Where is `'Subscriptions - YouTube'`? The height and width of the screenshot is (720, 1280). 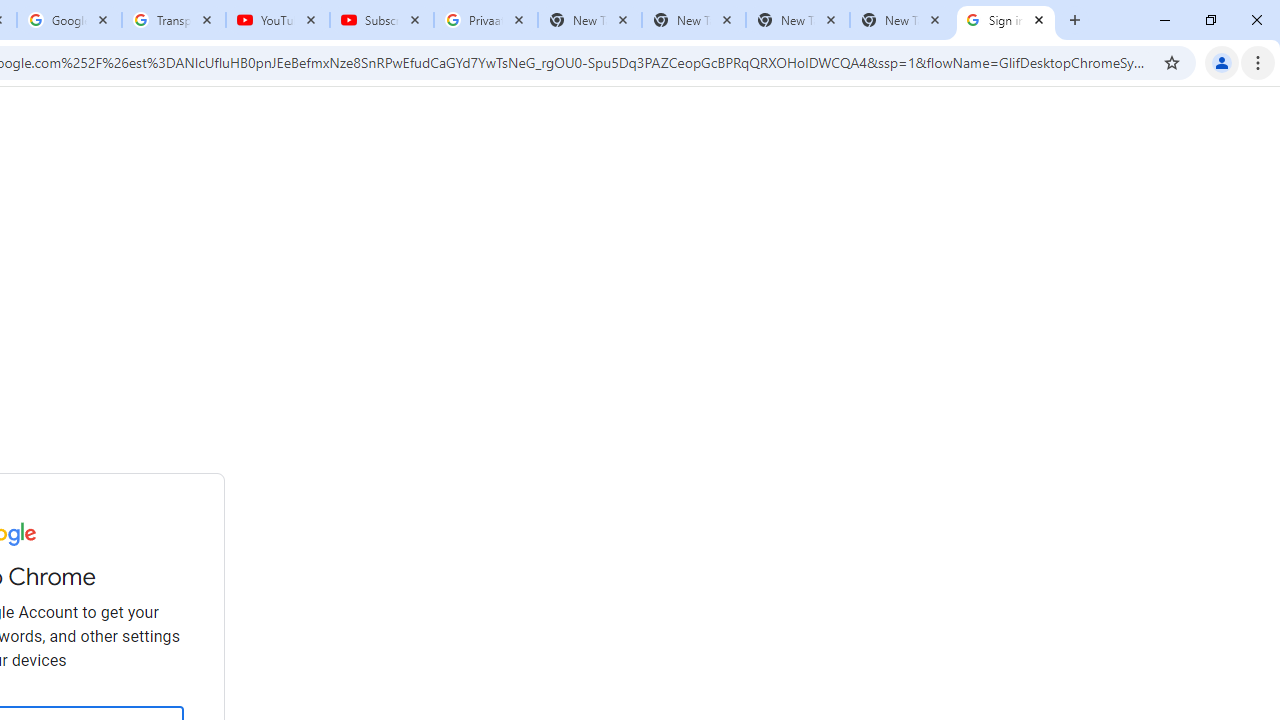
'Subscriptions - YouTube' is located at coordinates (382, 20).